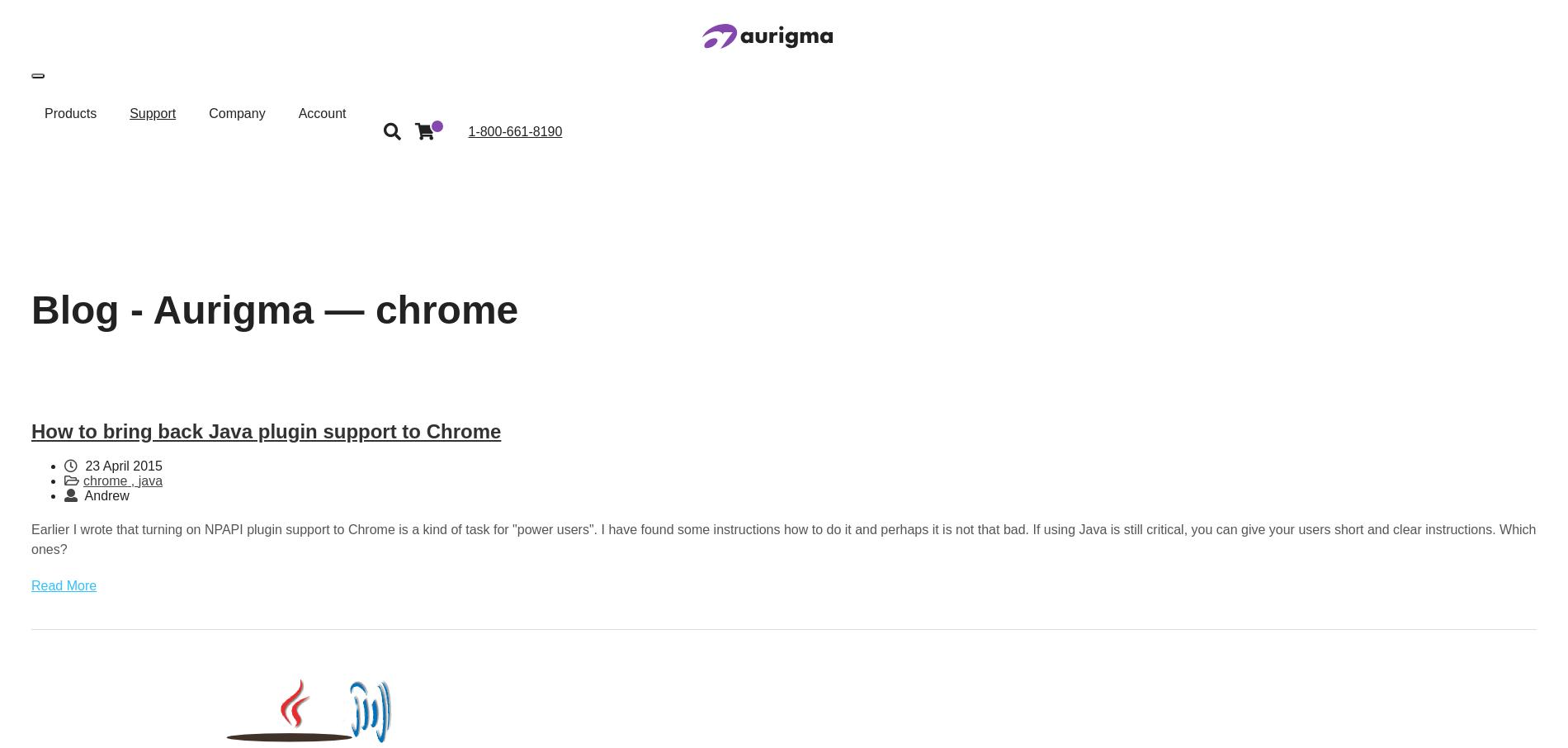 The height and width of the screenshot is (748, 1568). Describe the element at coordinates (321, 113) in the screenshot. I see `'Account'` at that location.